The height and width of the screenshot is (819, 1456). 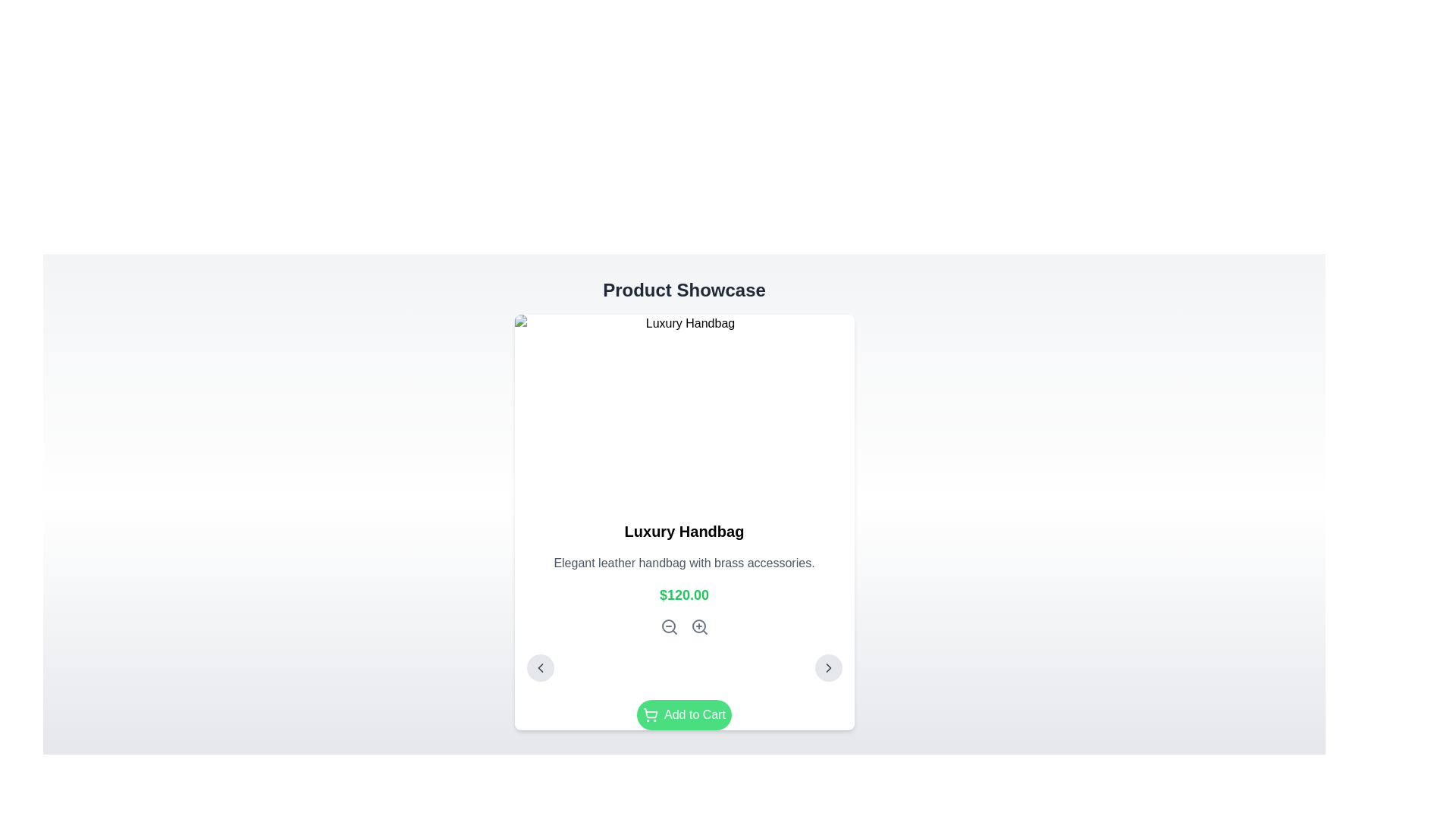 What do you see at coordinates (683, 595) in the screenshot?
I see `the Text label displaying the price of the product featured in the card, located below the description 'Elegant leather handbag with brass accessories.' and above the zoom icons` at bounding box center [683, 595].